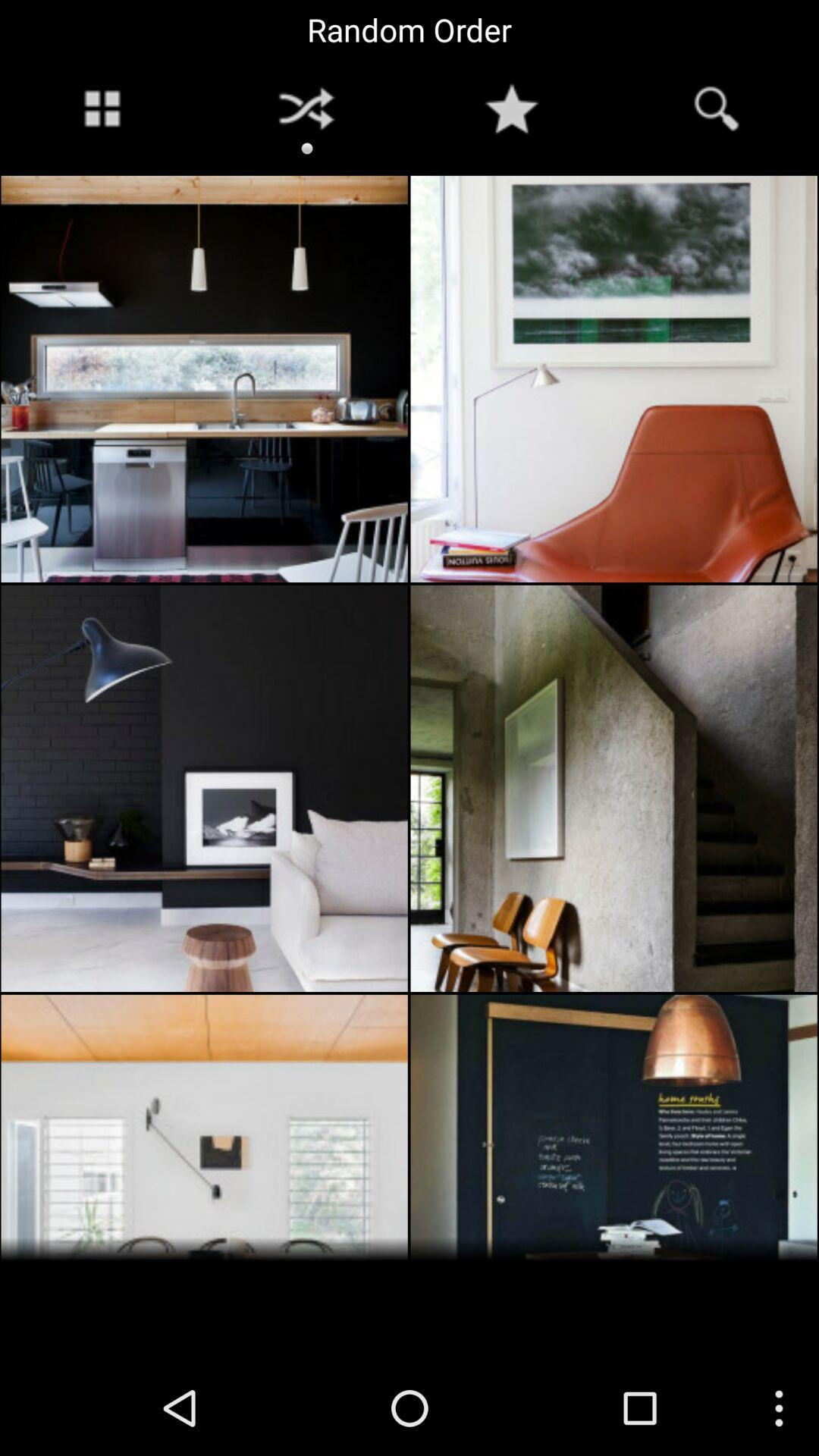 The image size is (819, 1456). Describe the element at coordinates (205, 1128) in the screenshot. I see `the image in the bottom left` at that location.